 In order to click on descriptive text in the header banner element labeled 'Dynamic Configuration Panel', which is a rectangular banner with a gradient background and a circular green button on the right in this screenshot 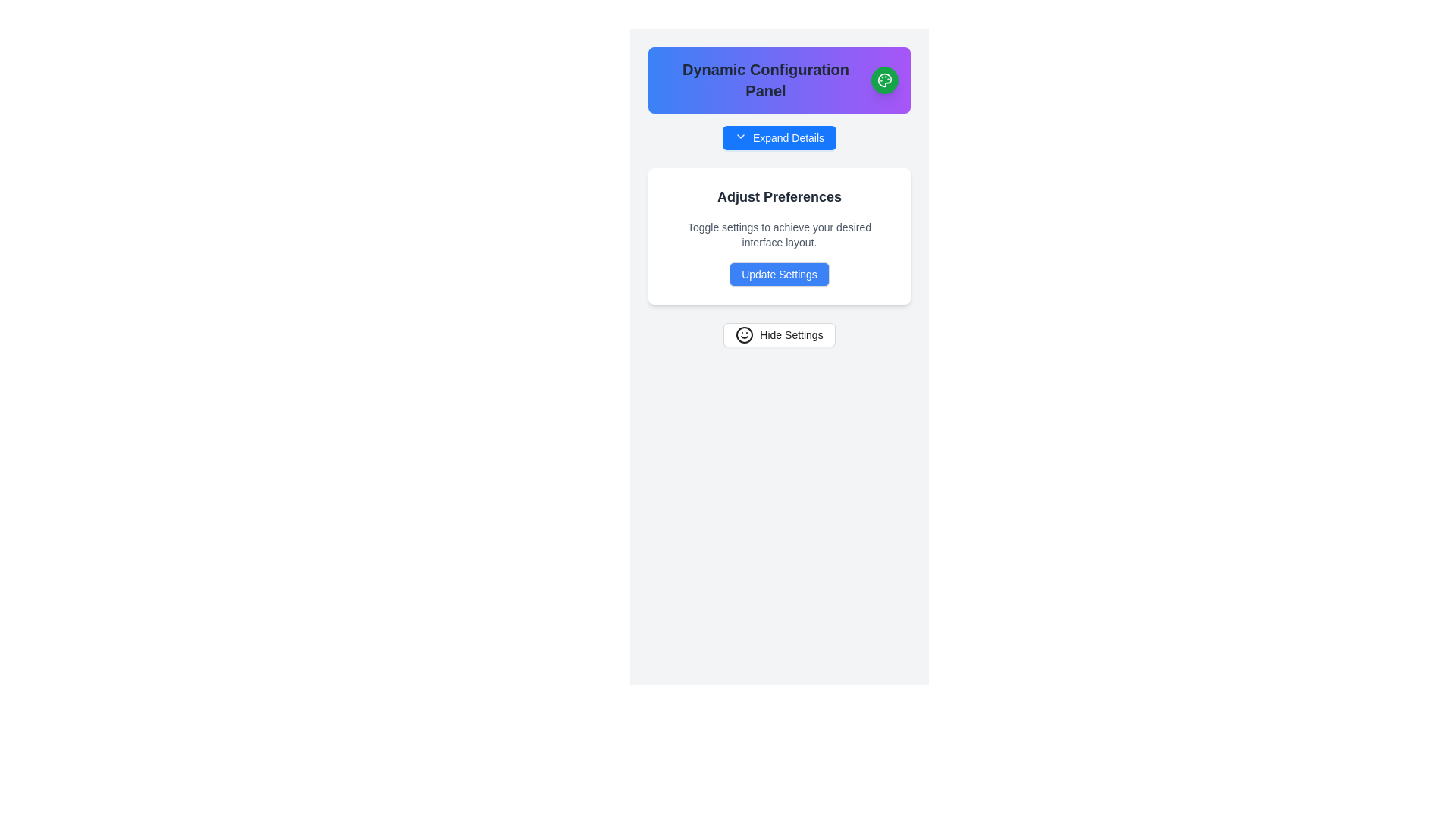, I will do `click(779, 80)`.